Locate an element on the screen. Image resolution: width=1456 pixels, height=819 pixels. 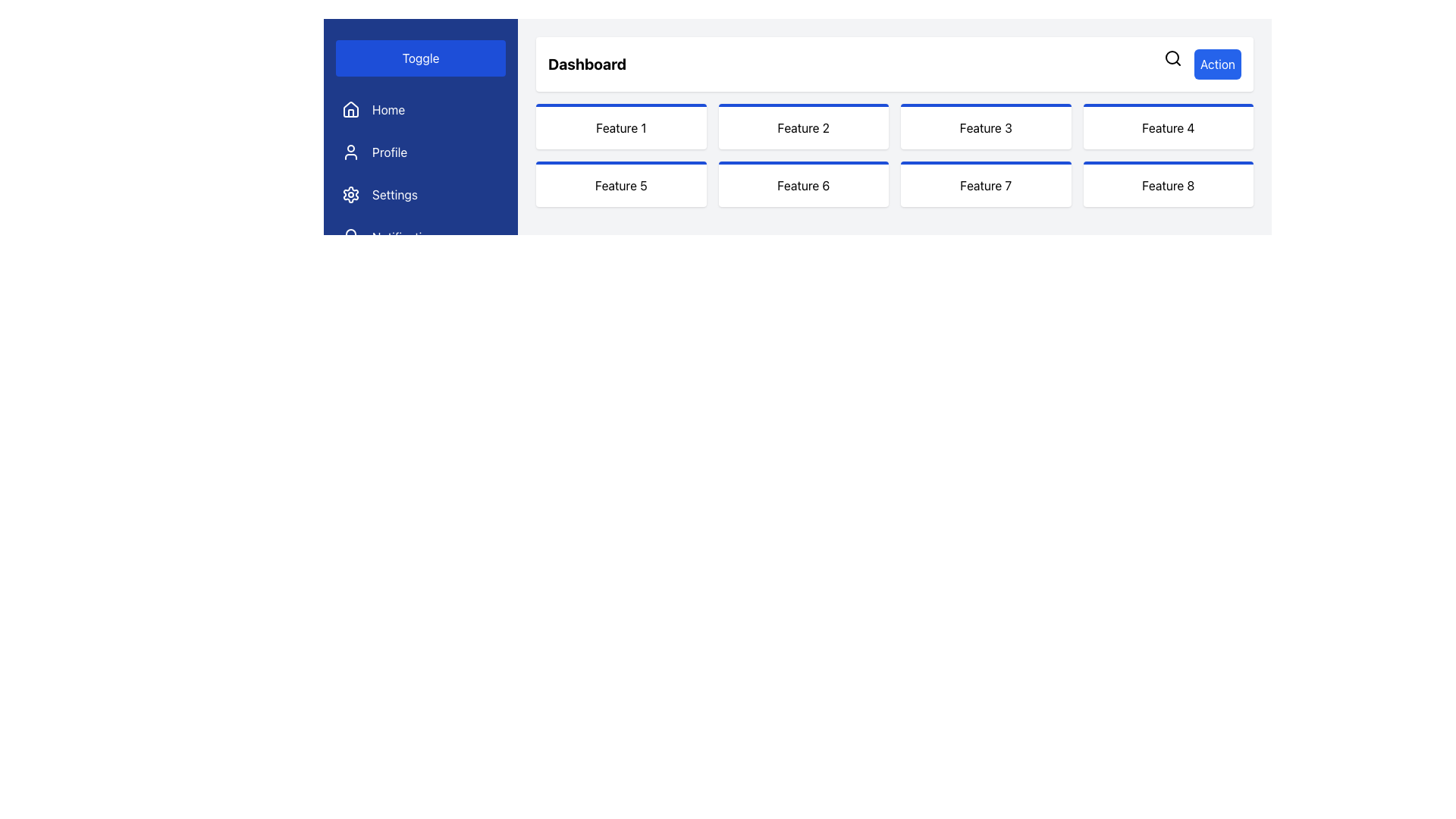
the rectangular white card with a blue top border labeled 'Feature 5', which is the fifth card in a grid layout, positioned in the first column of the second row is located at coordinates (621, 184).